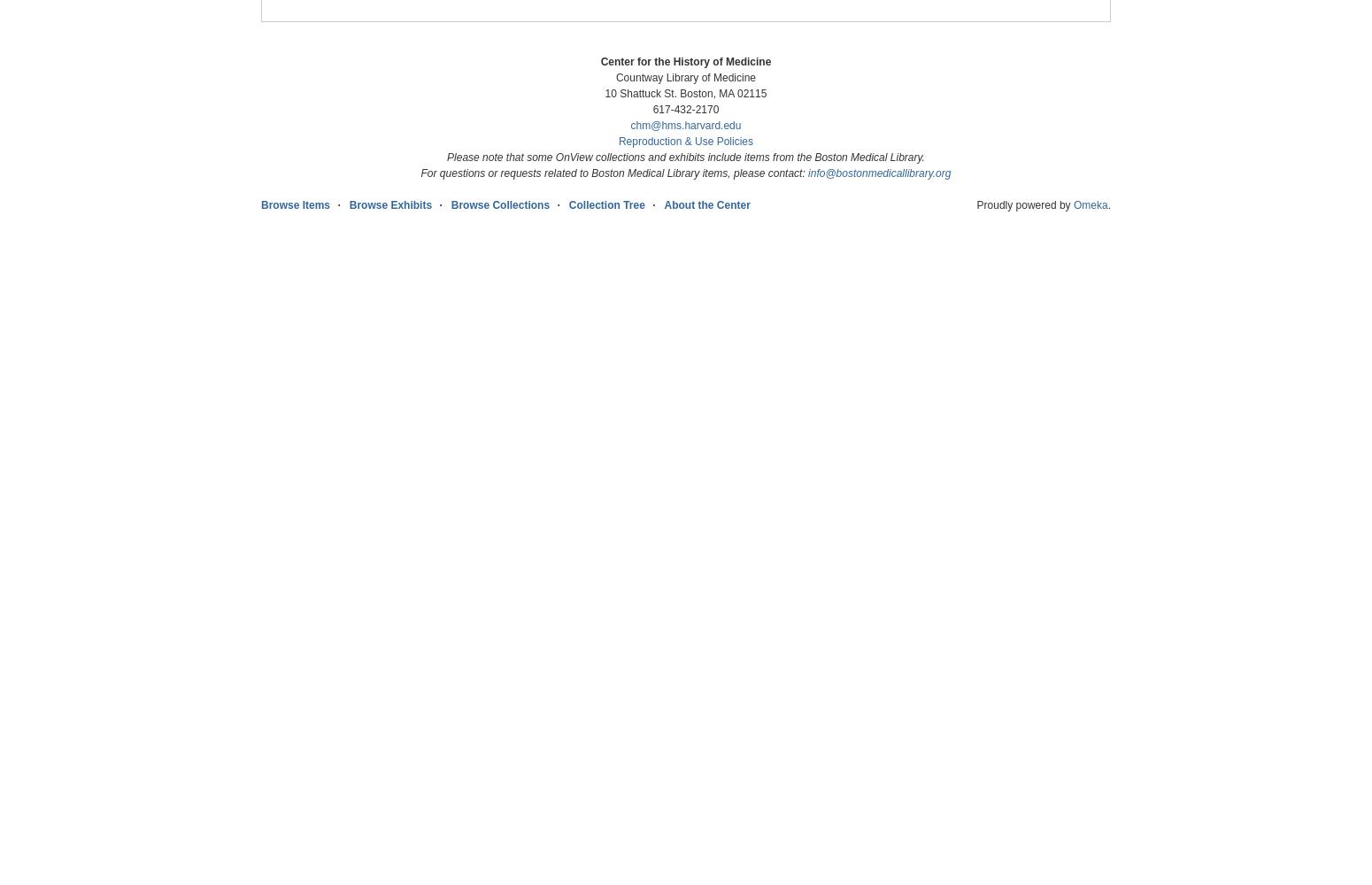 The height and width of the screenshot is (885, 1372). Describe the element at coordinates (1090, 204) in the screenshot. I see `'Omeka'` at that location.